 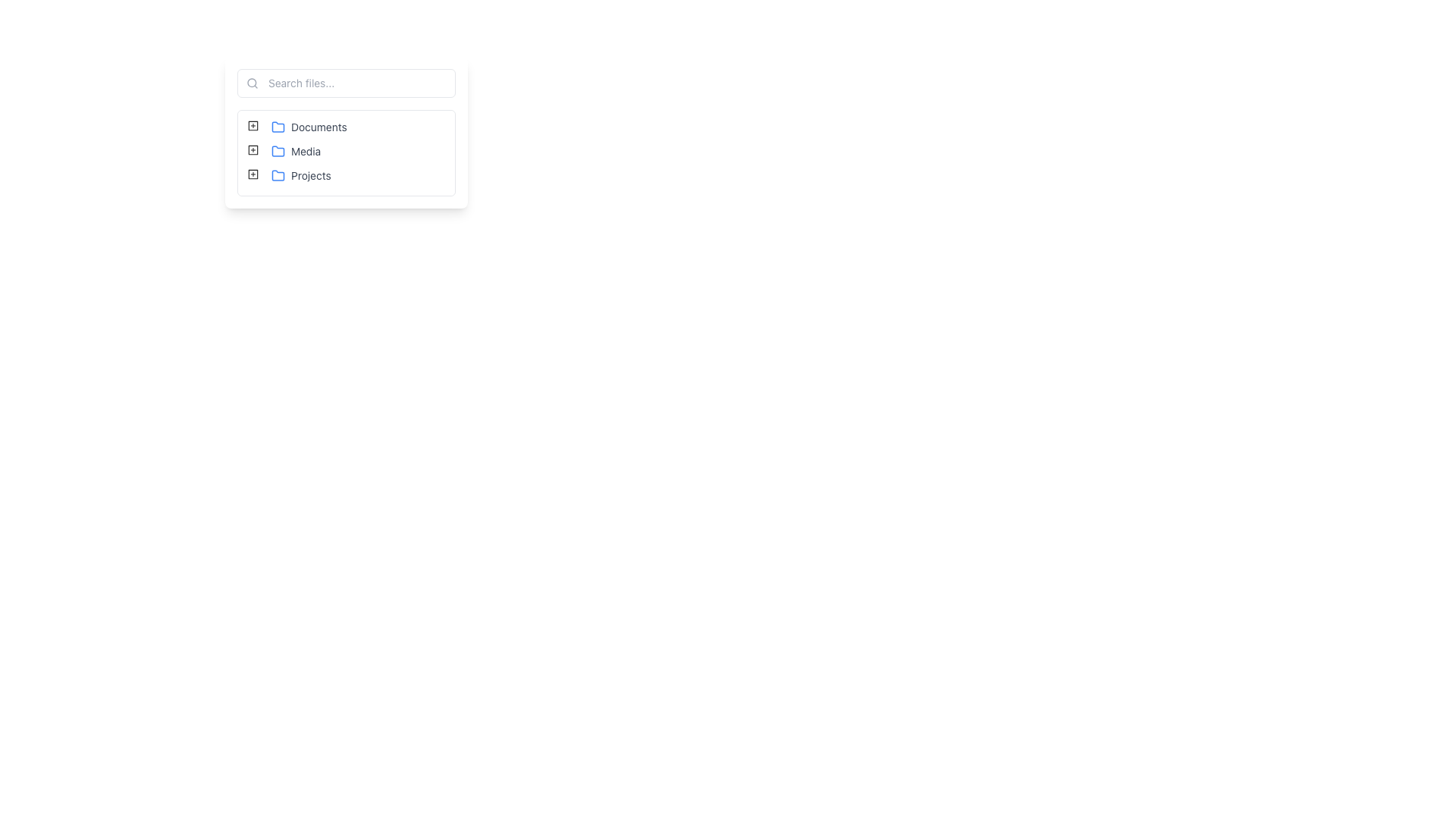 I want to click on the toggle button with a plus sign icon located to the left of the 'Media' label in the tree view, so click(x=253, y=152).